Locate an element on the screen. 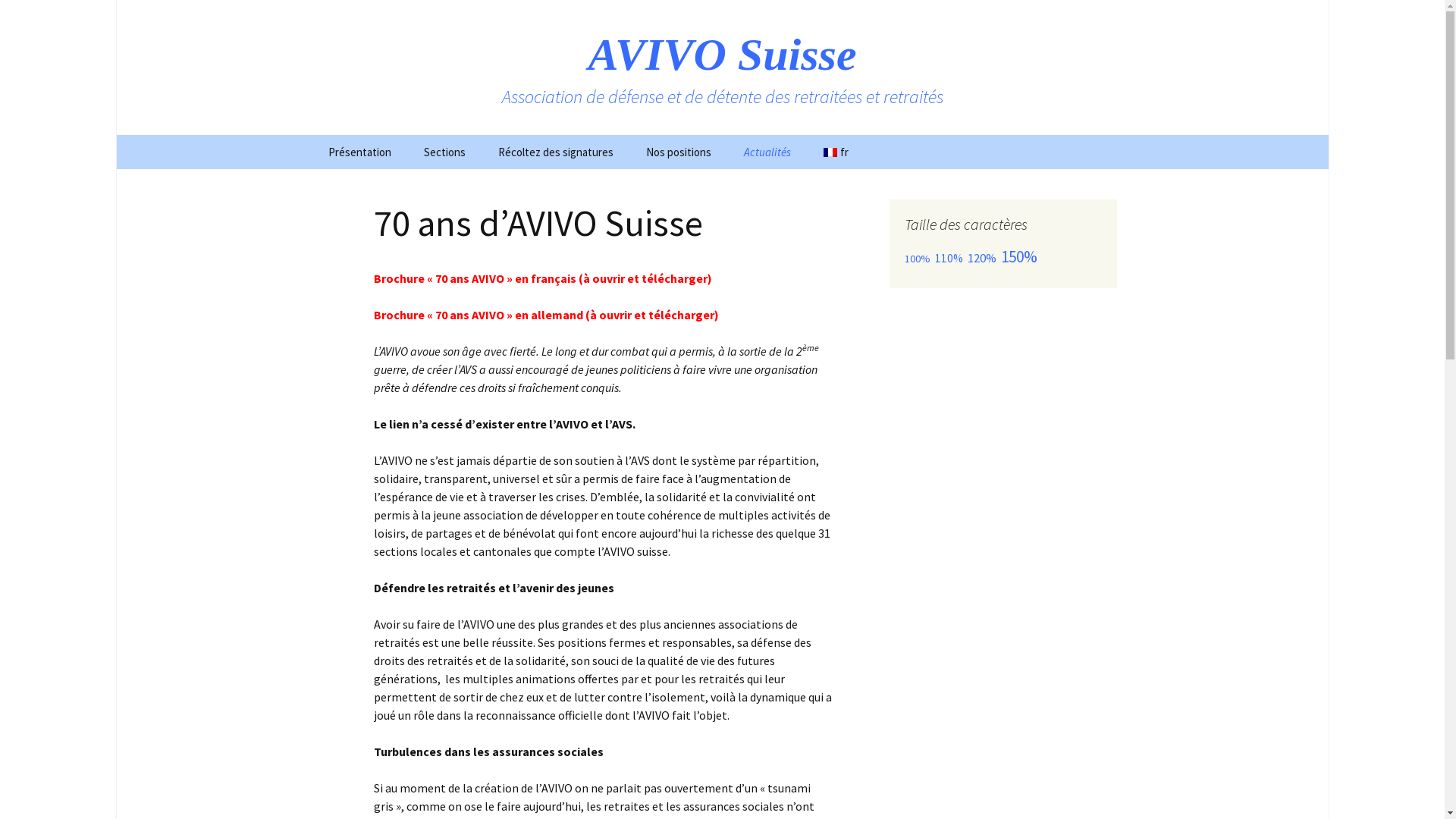  'fr' is located at coordinates (835, 152).